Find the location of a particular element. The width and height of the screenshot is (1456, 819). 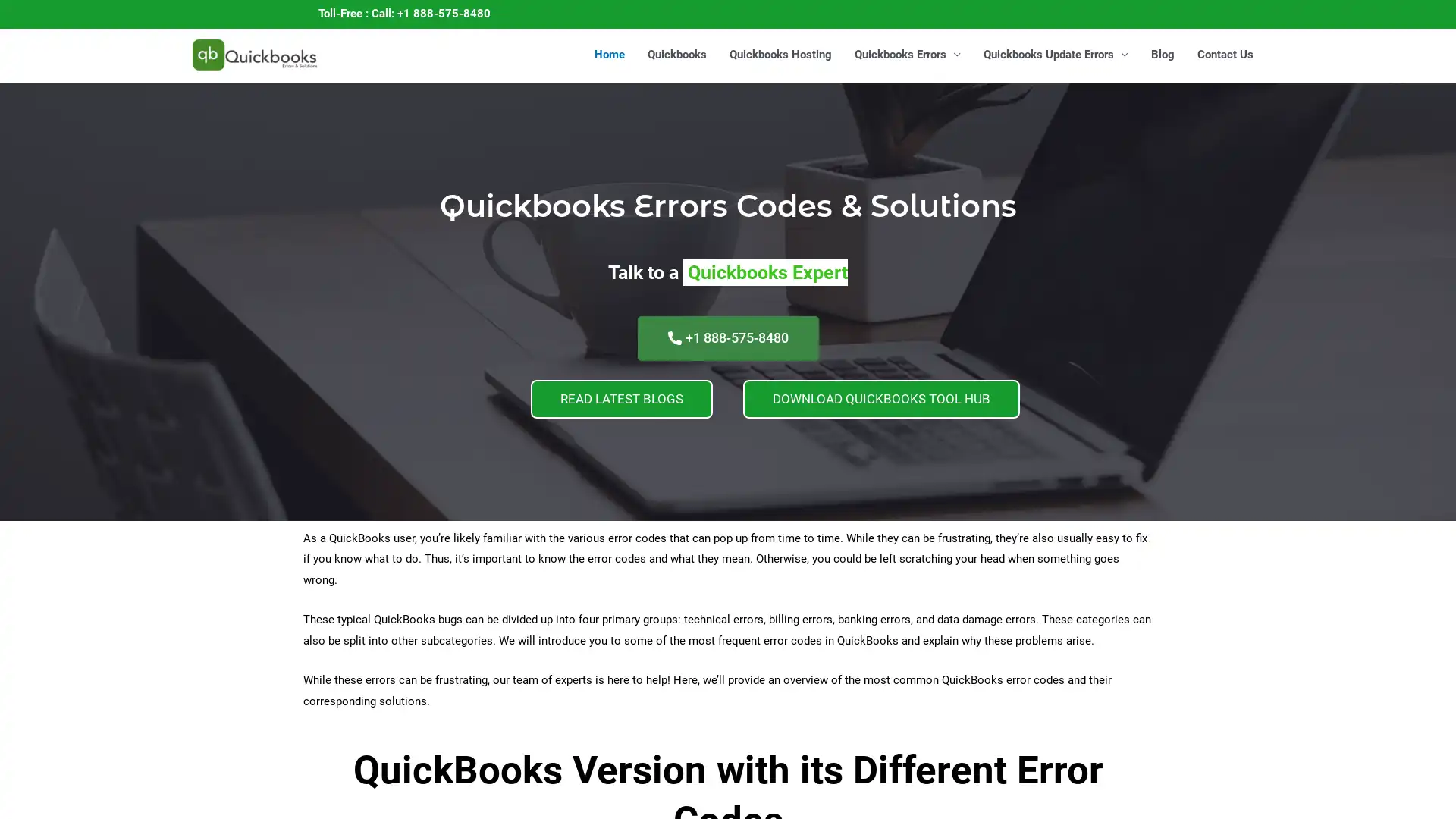

READ LATEST BLOGS is located at coordinates (622, 397).